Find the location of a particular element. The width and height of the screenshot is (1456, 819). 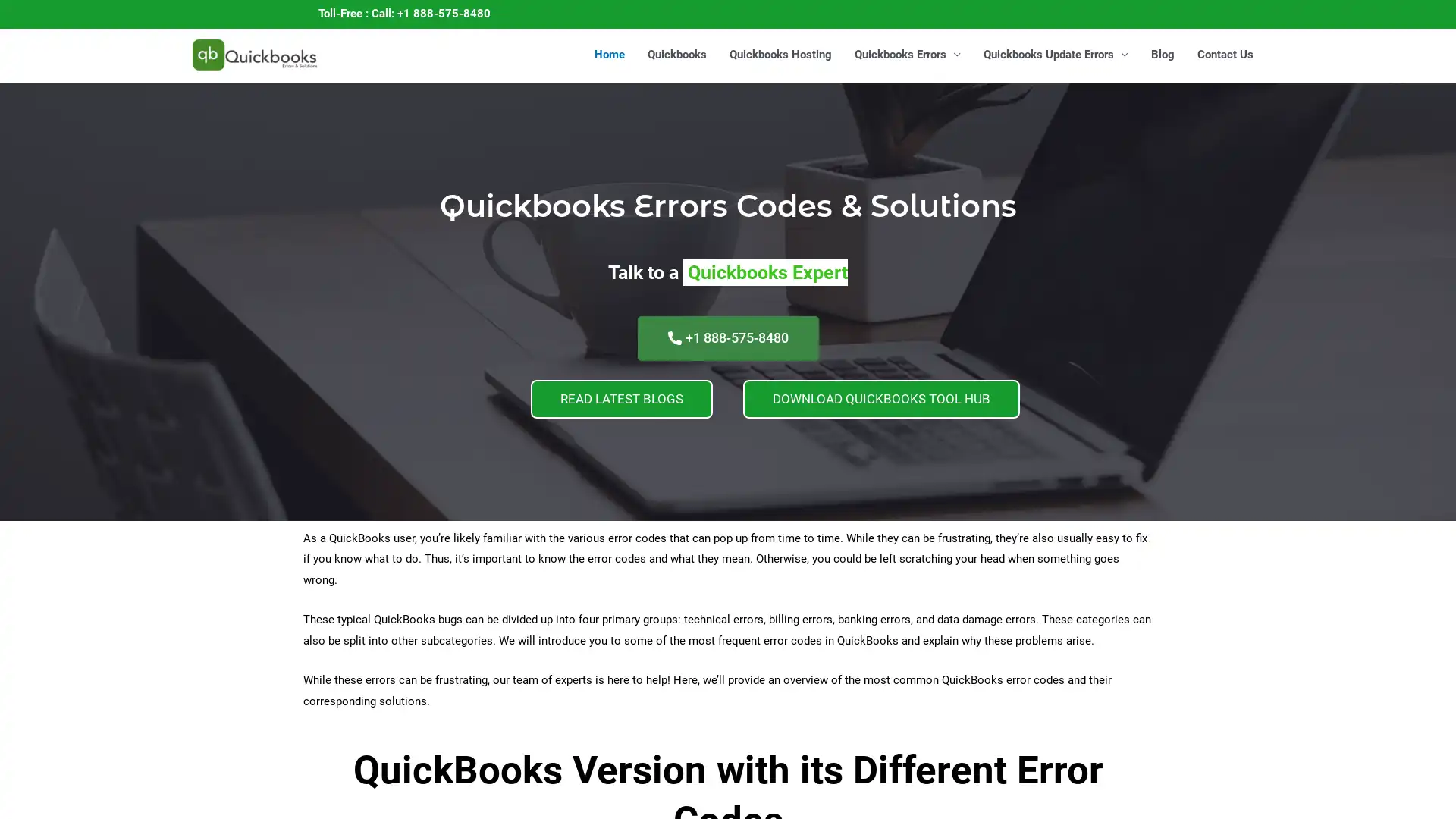

READ LATEST BLOGS is located at coordinates (622, 397).